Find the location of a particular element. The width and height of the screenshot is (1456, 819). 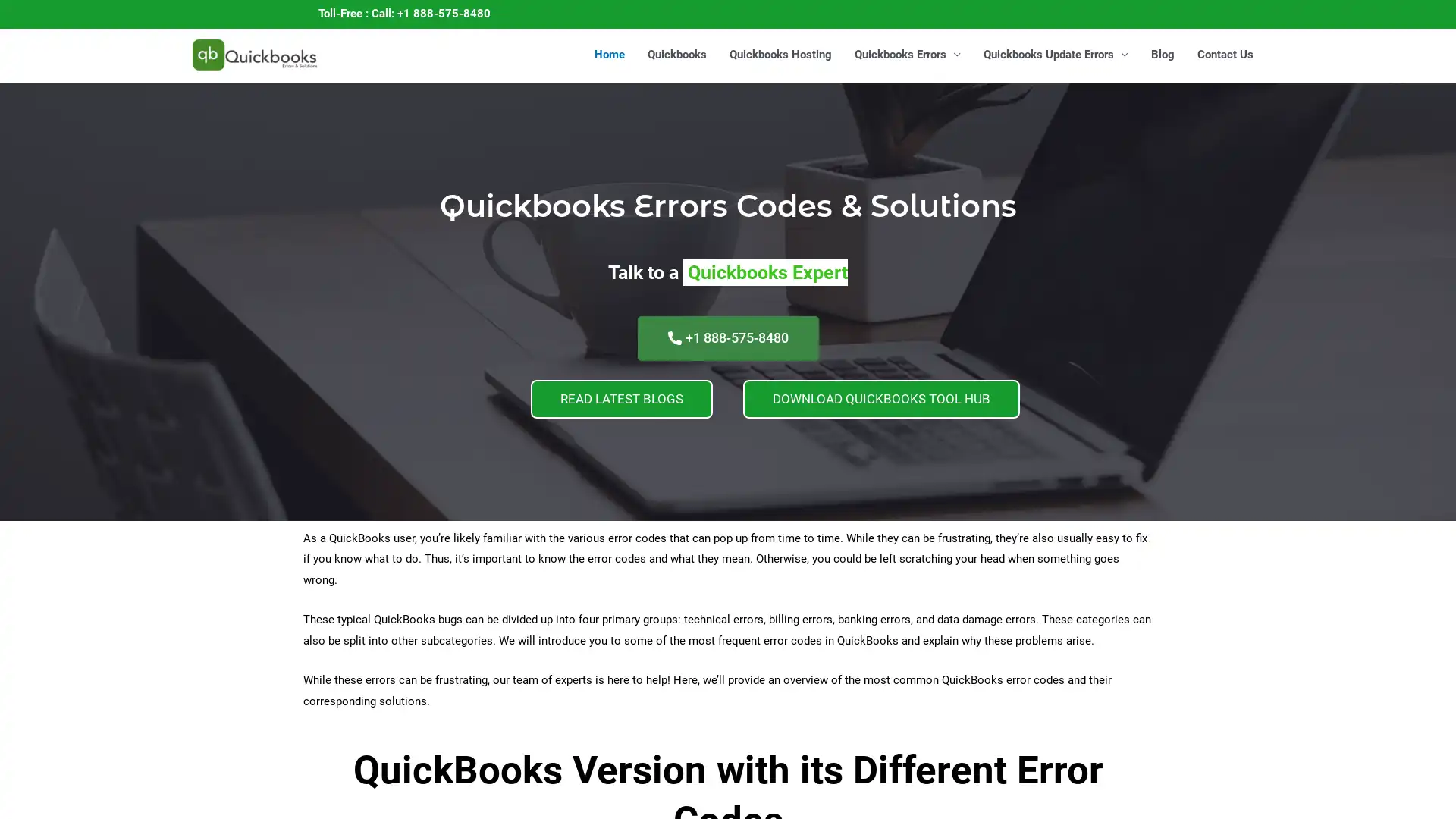

READ LATEST BLOGS is located at coordinates (622, 397).